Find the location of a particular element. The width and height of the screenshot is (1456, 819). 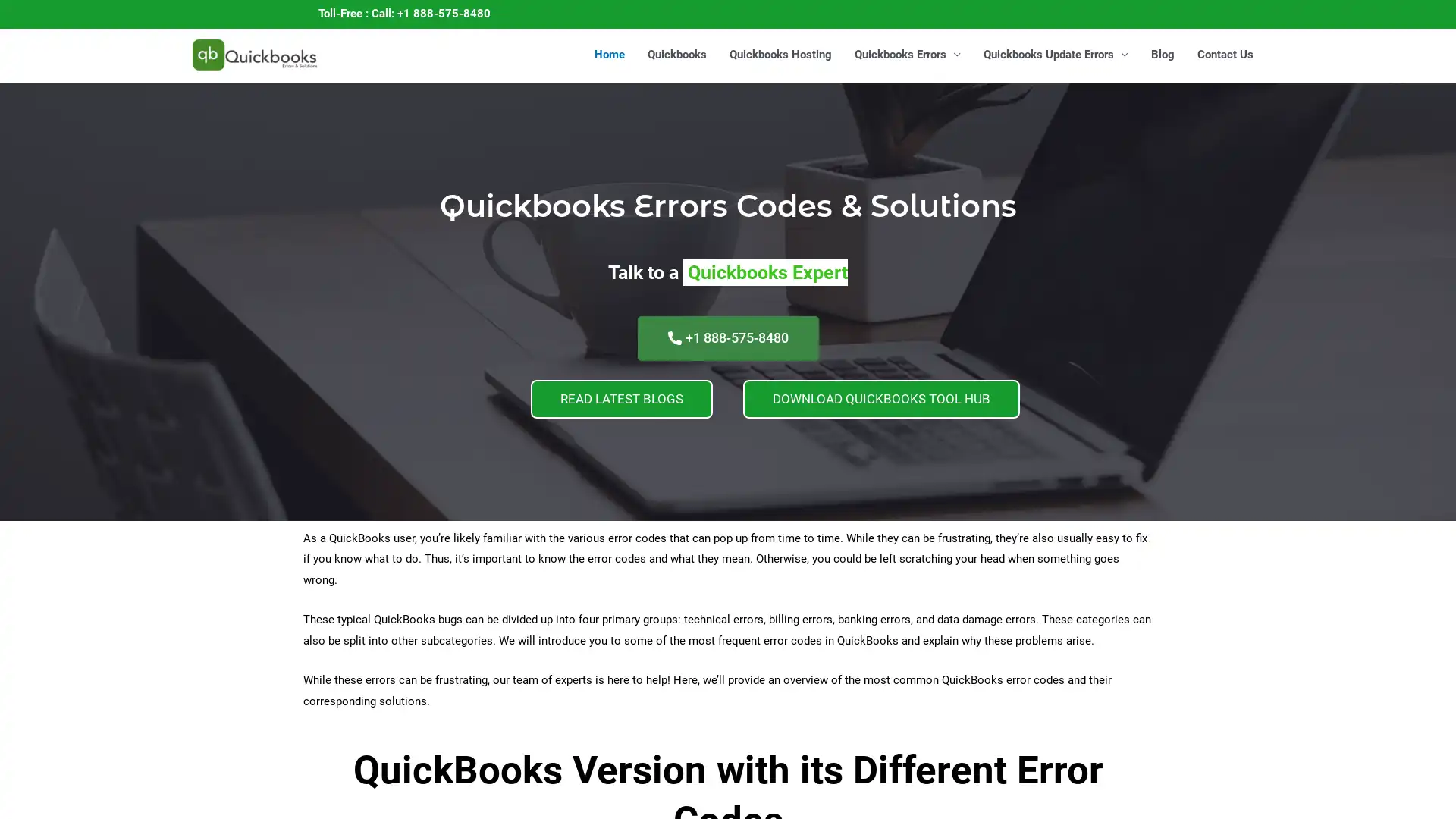

READ LATEST BLOGS is located at coordinates (622, 397).